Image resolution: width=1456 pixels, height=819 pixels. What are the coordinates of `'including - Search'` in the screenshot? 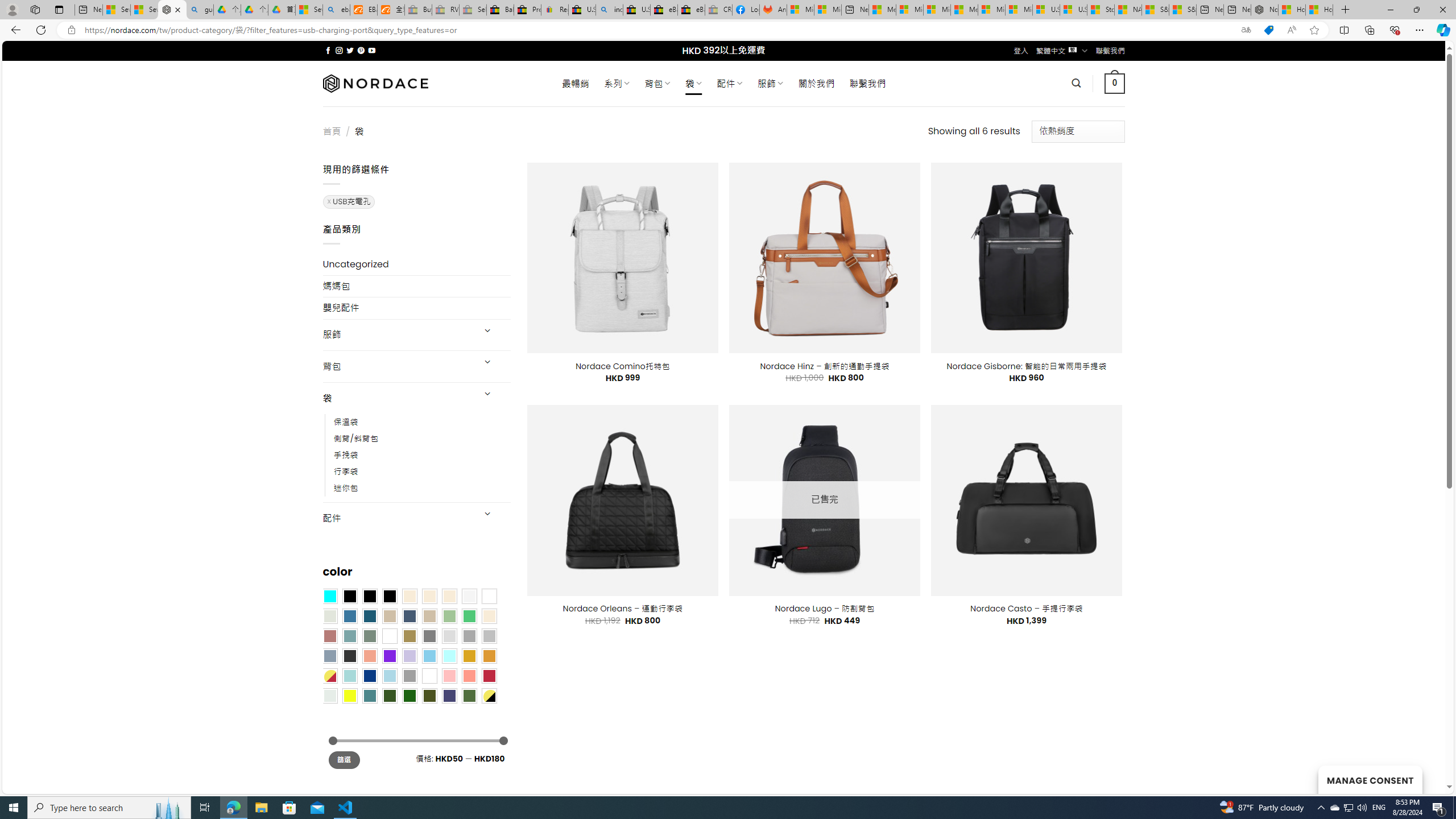 It's located at (609, 9).